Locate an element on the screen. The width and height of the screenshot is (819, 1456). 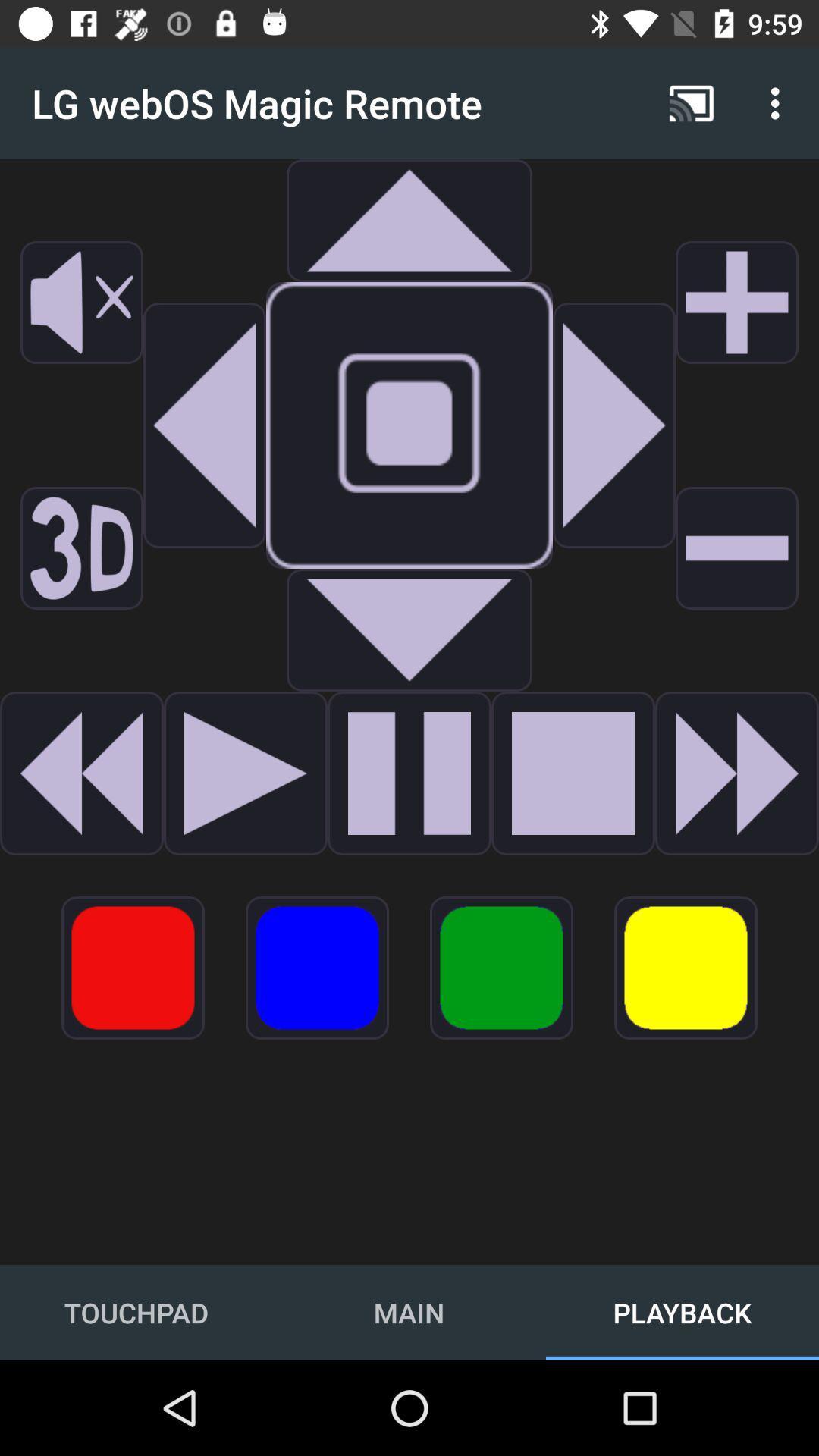
to paly option is located at coordinates (409, 773).